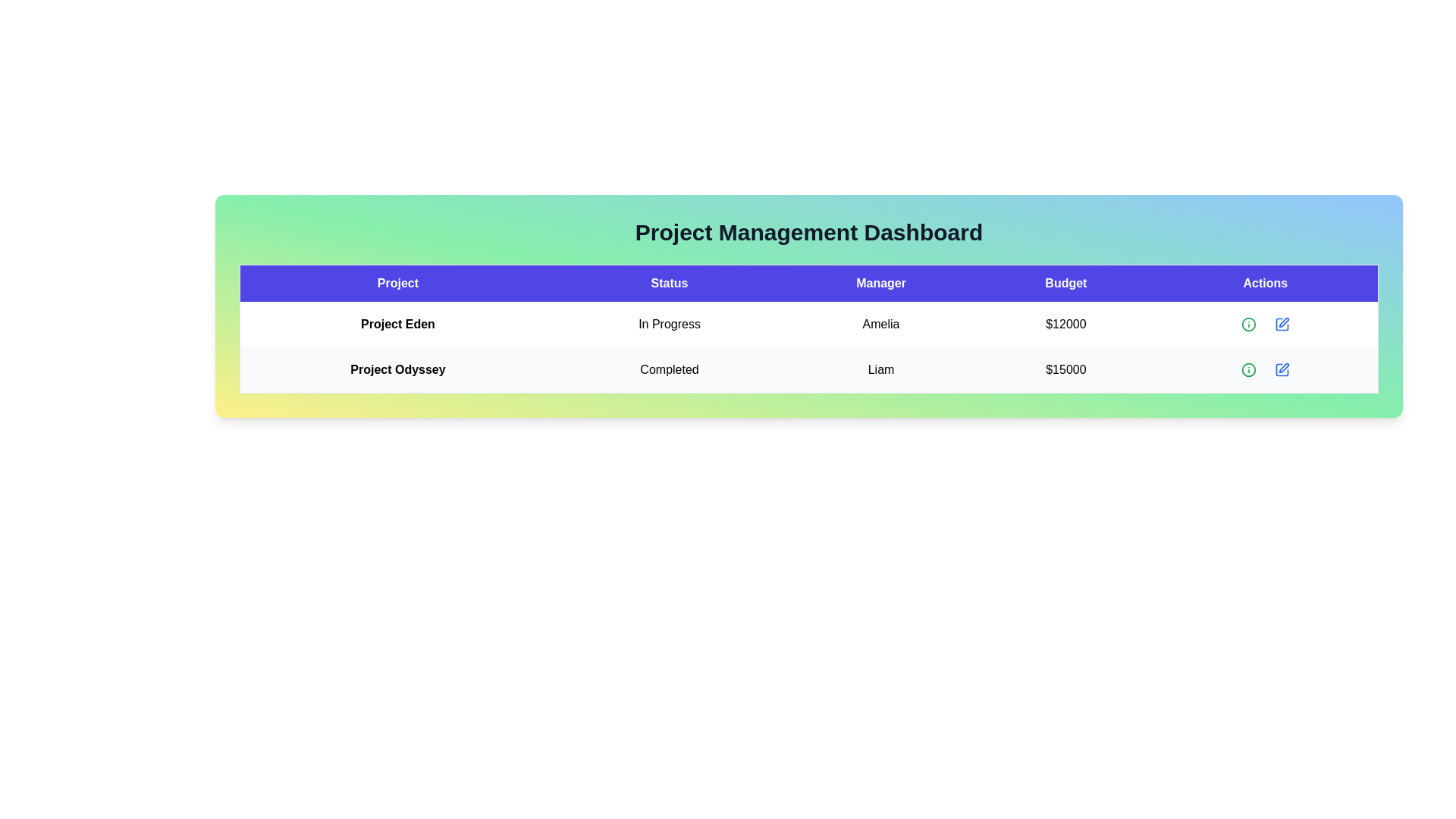  I want to click on the second icon in the 'Actions' column of the table row corresponding to 'Project Eden', so click(1283, 322).